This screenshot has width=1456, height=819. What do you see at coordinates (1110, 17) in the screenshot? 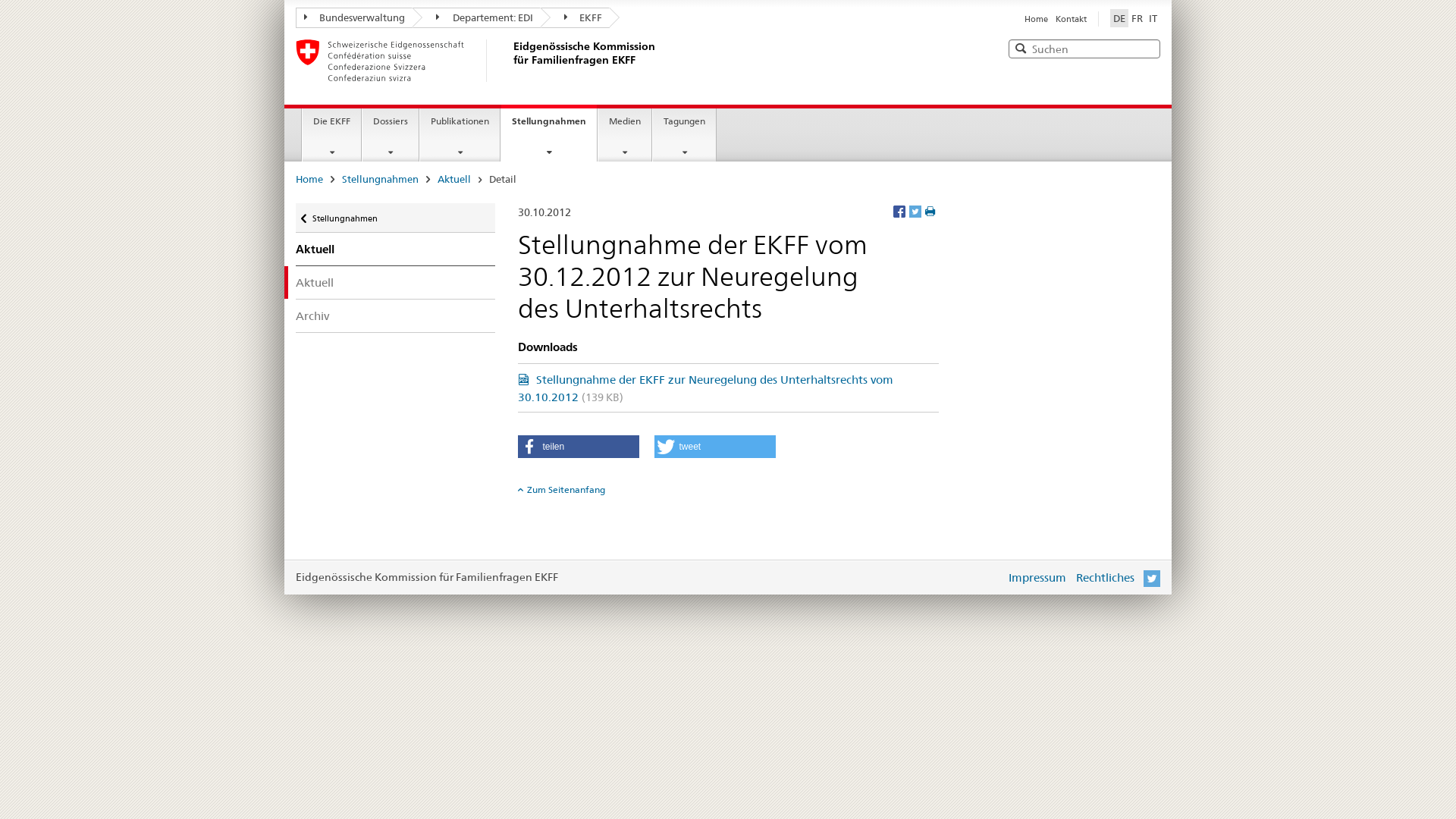
I see `'DE'` at bounding box center [1110, 17].